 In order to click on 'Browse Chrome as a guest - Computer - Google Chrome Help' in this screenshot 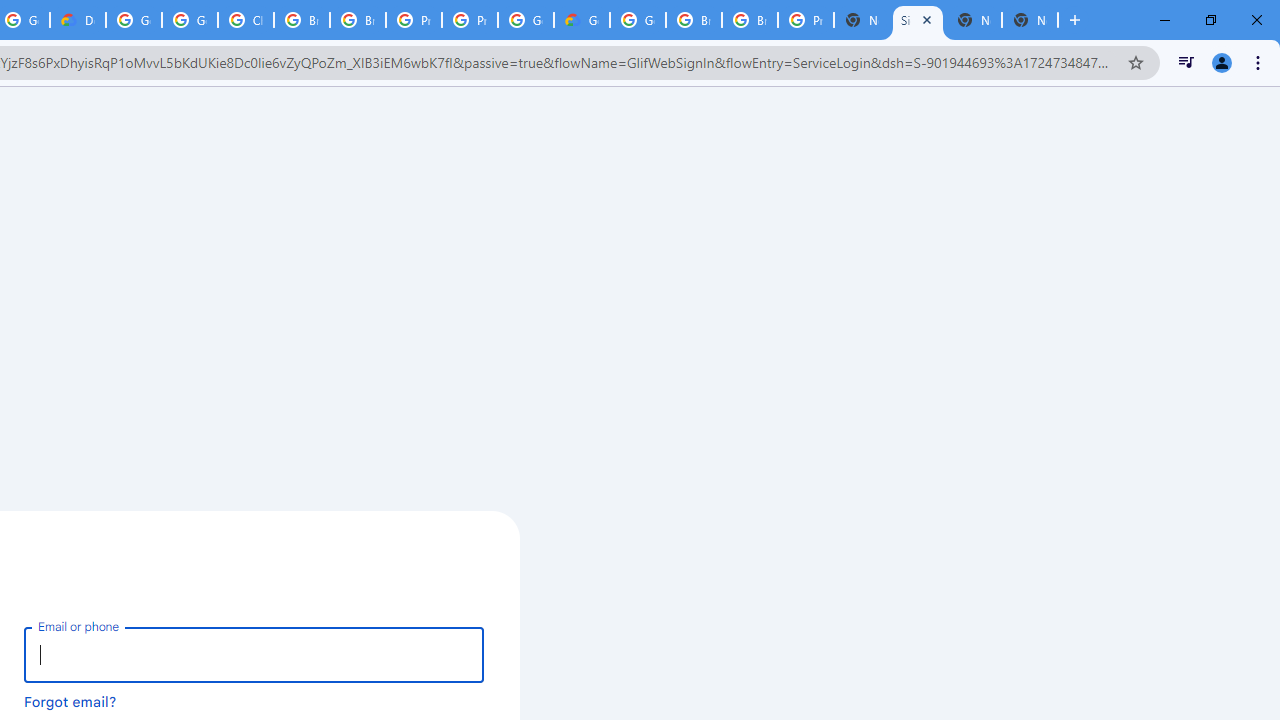, I will do `click(301, 20)`.